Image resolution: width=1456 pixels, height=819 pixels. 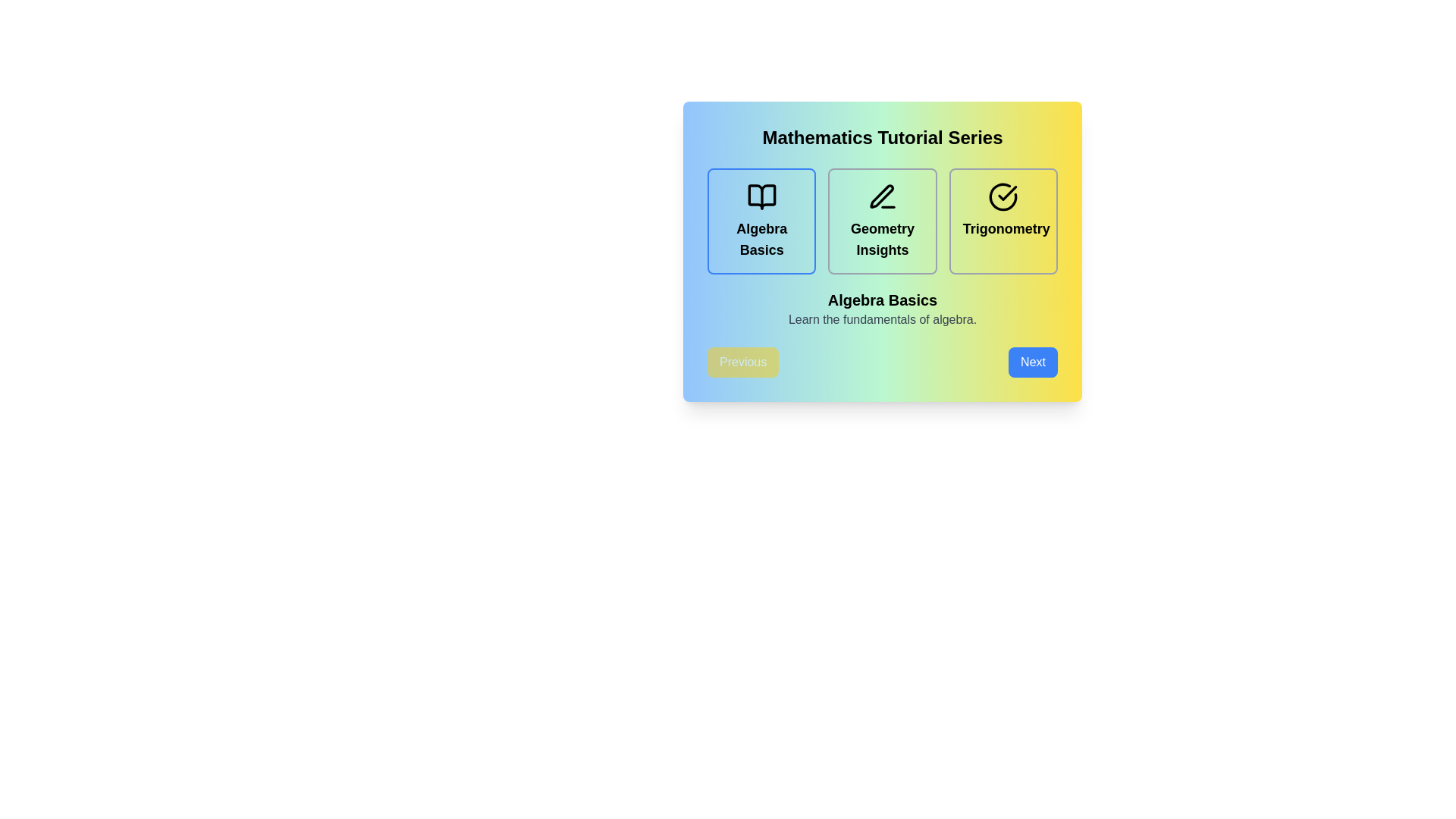 I want to click on the lesson card corresponding to Trigonometry to view its details, so click(x=1003, y=221).